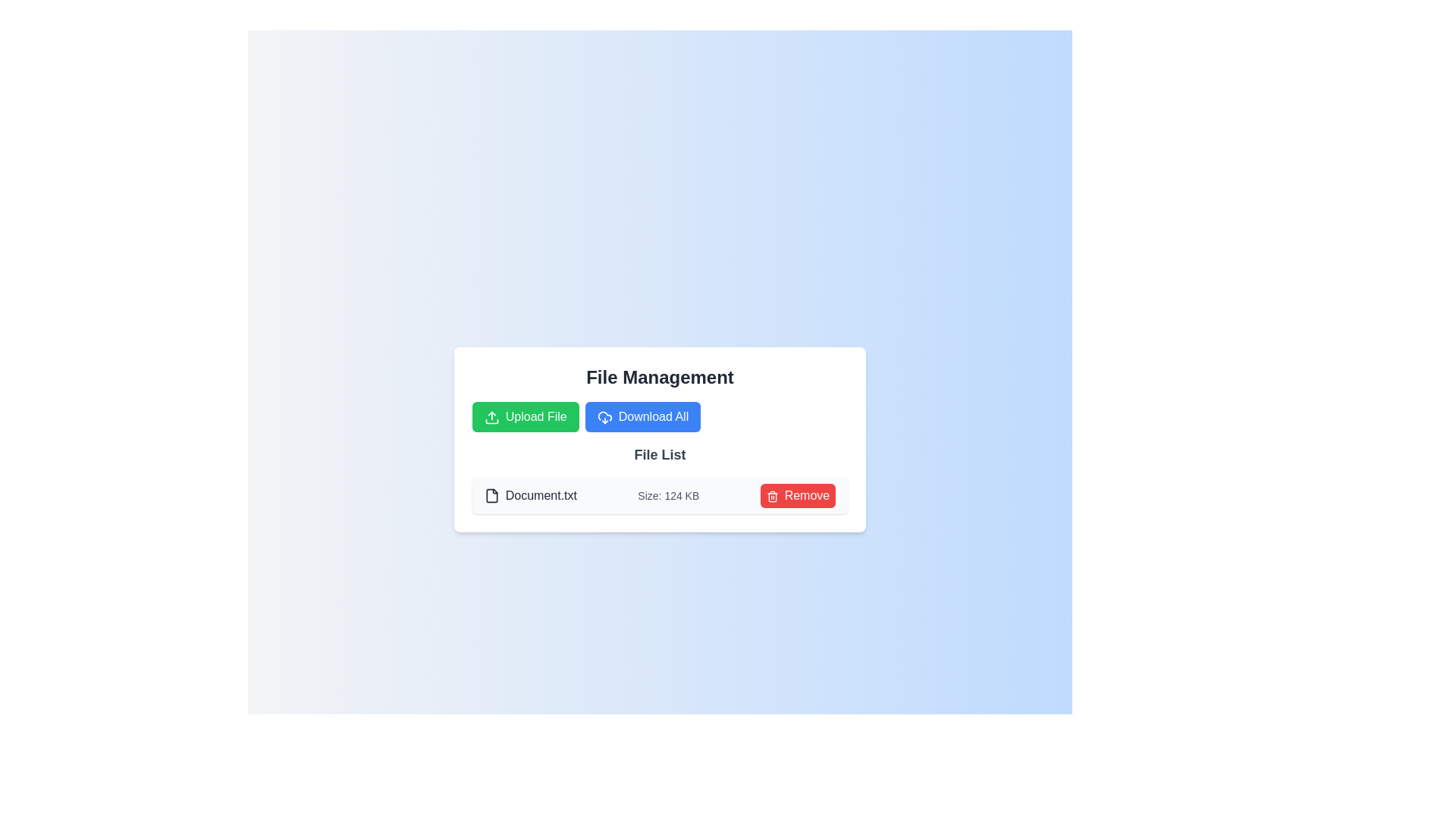 The height and width of the screenshot is (819, 1456). What do you see at coordinates (491, 496) in the screenshot?
I see `the document icon resembling a piece of paper with a folded corner, located to the left of the 'Document.txt' label in the file management section` at bounding box center [491, 496].